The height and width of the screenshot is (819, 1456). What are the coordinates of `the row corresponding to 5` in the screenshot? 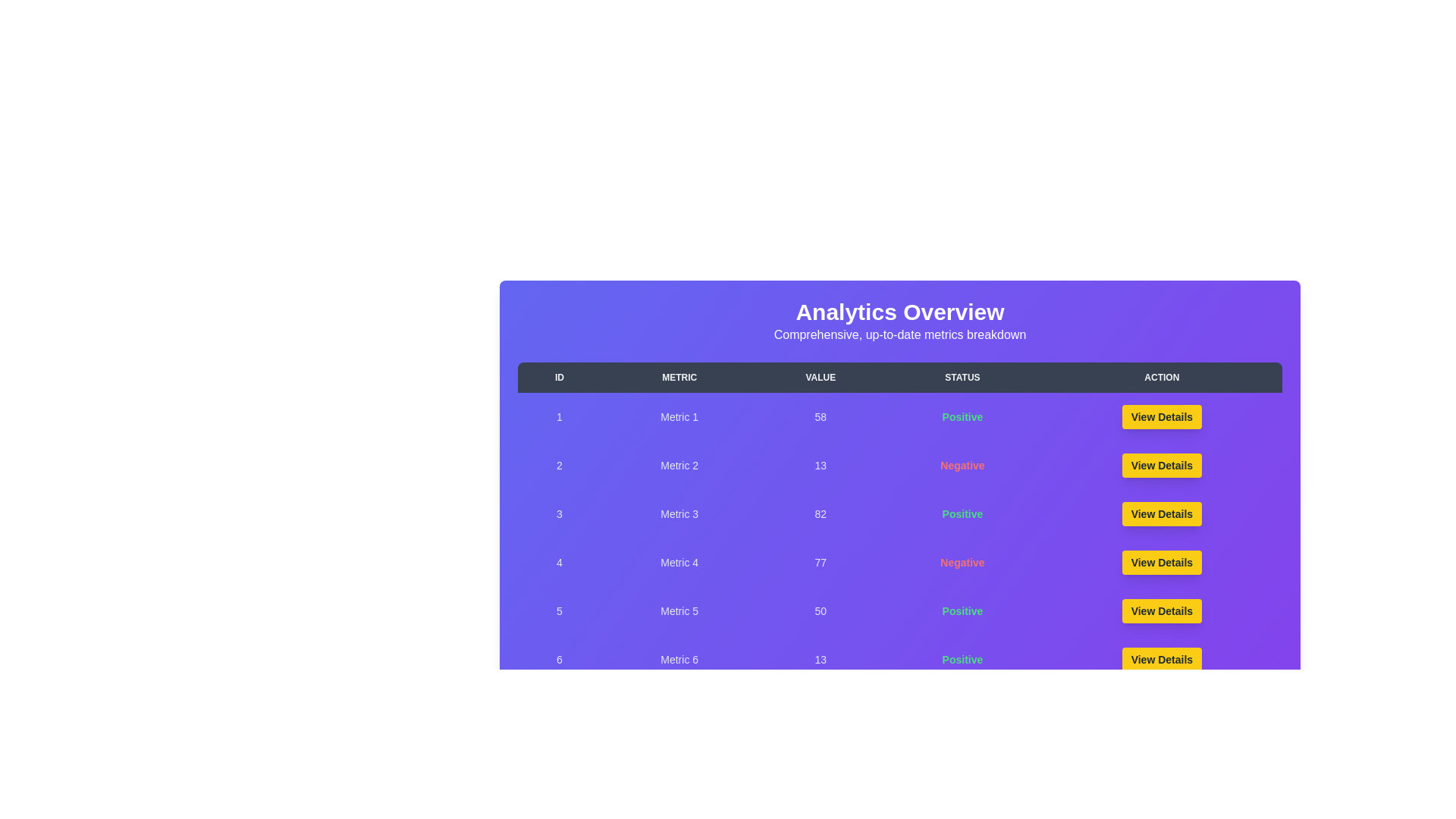 It's located at (899, 610).